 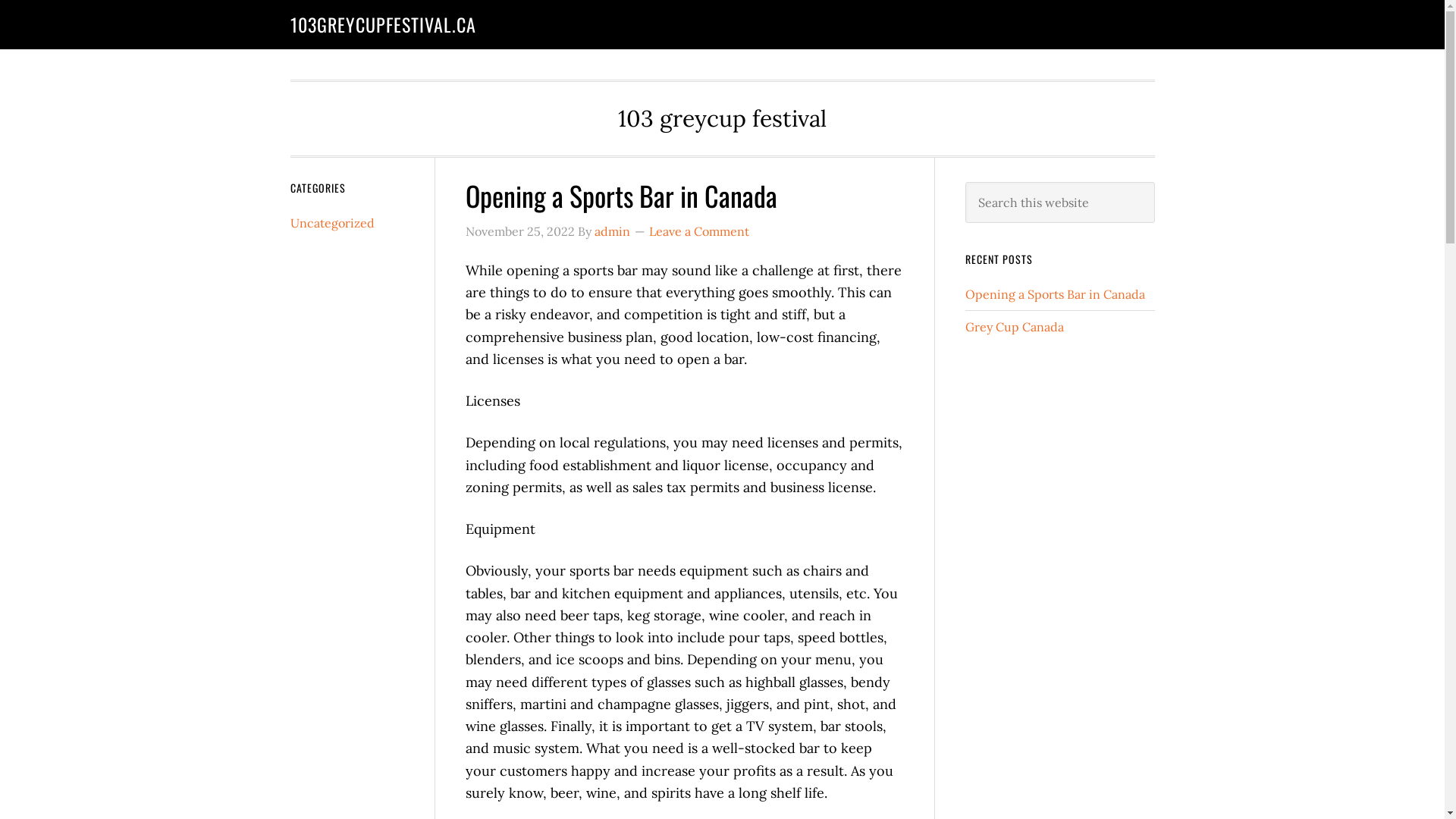 What do you see at coordinates (0, 0) in the screenshot?
I see `'Skip to main content'` at bounding box center [0, 0].